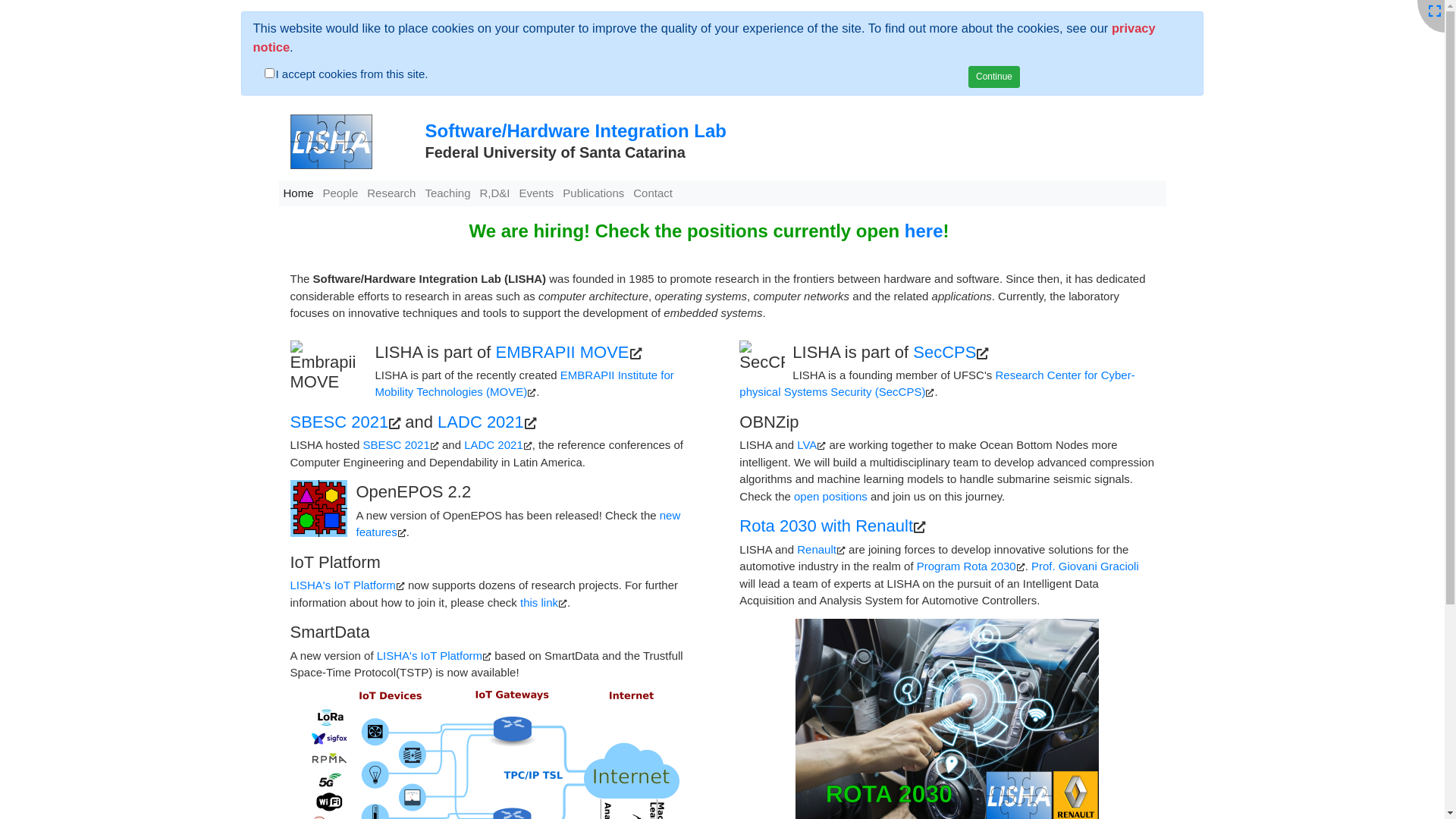  What do you see at coordinates (1433, 11) in the screenshot?
I see `'Fullscreen'` at bounding box center [1433, 11].